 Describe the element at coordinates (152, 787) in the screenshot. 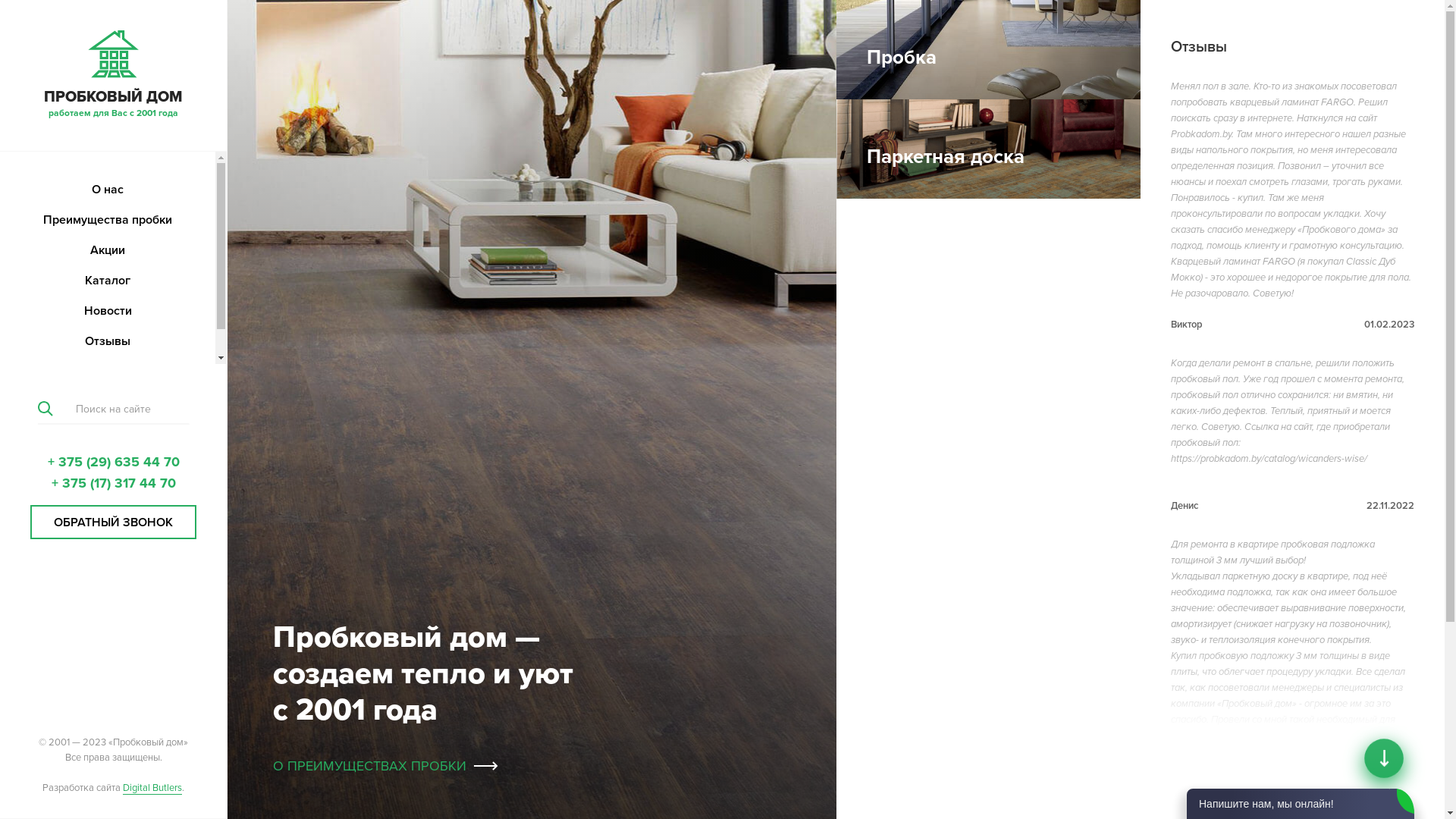

I see `'Digital Butlers'` at that location.